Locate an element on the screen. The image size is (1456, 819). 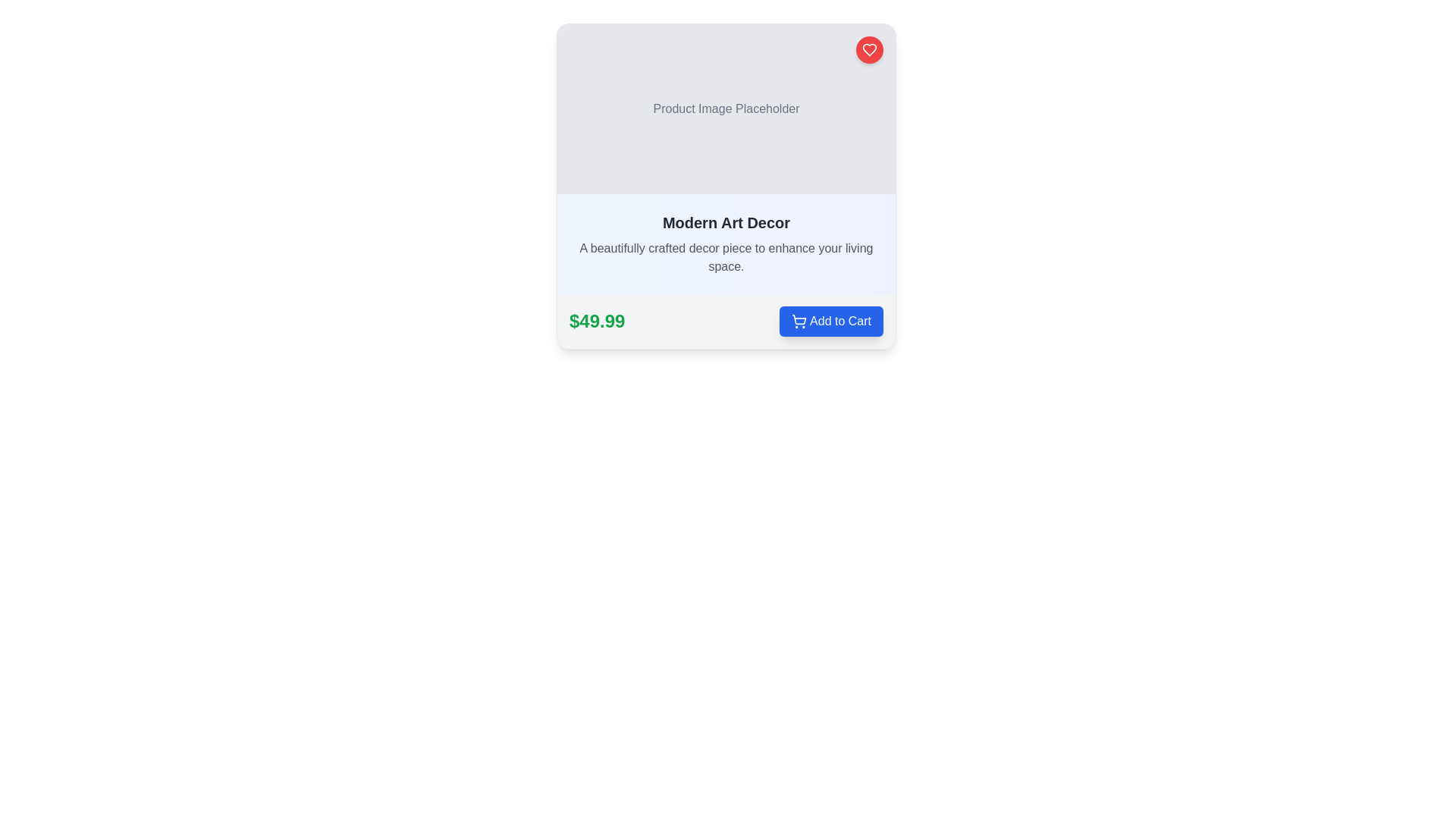
the 'Add to Cart' button located to the right of the price label '$49.99' is located at coordinates (830, 321).